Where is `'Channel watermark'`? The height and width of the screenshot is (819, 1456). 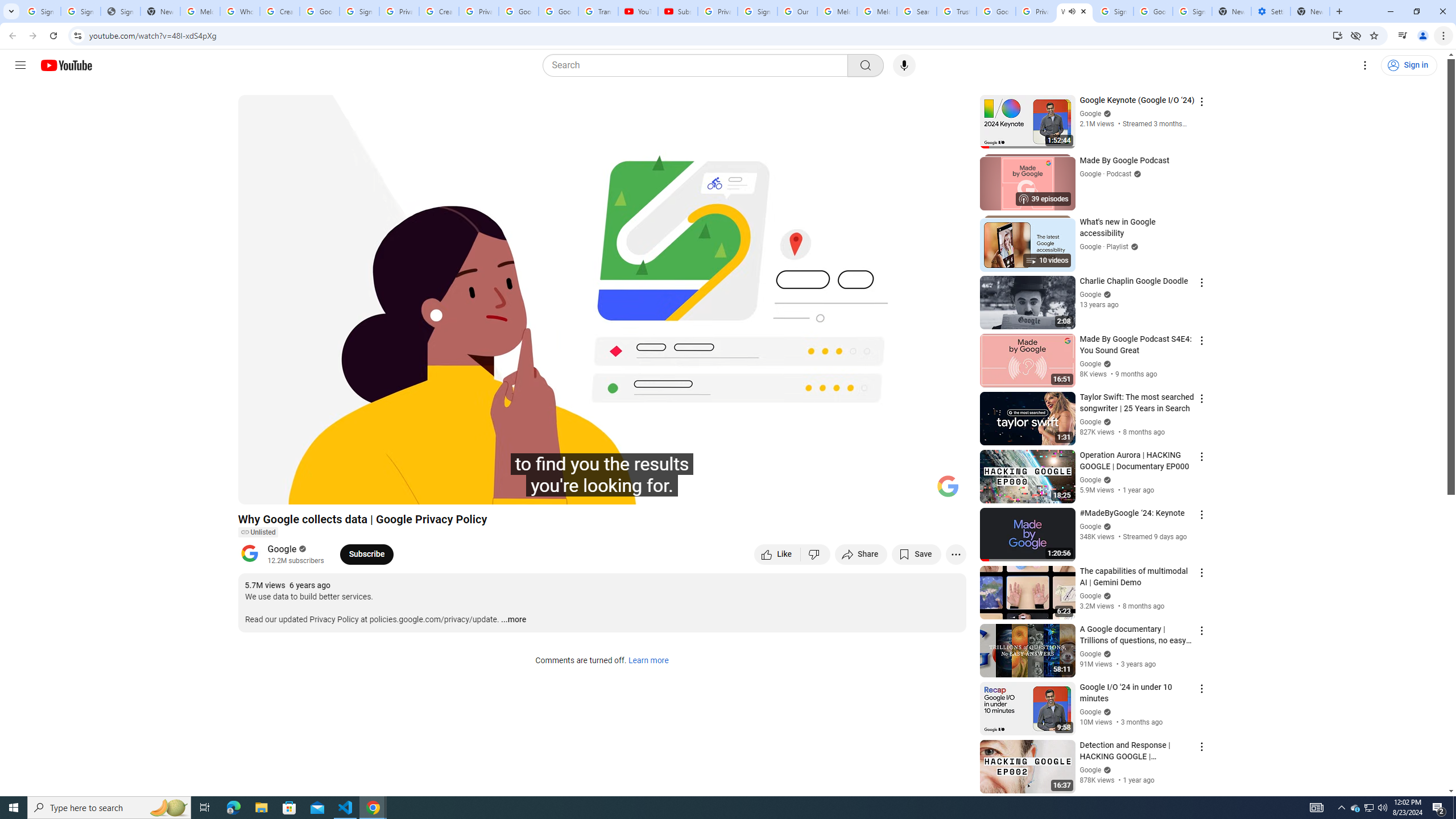
'Channel watermark' is located at coordinates (948, 486).